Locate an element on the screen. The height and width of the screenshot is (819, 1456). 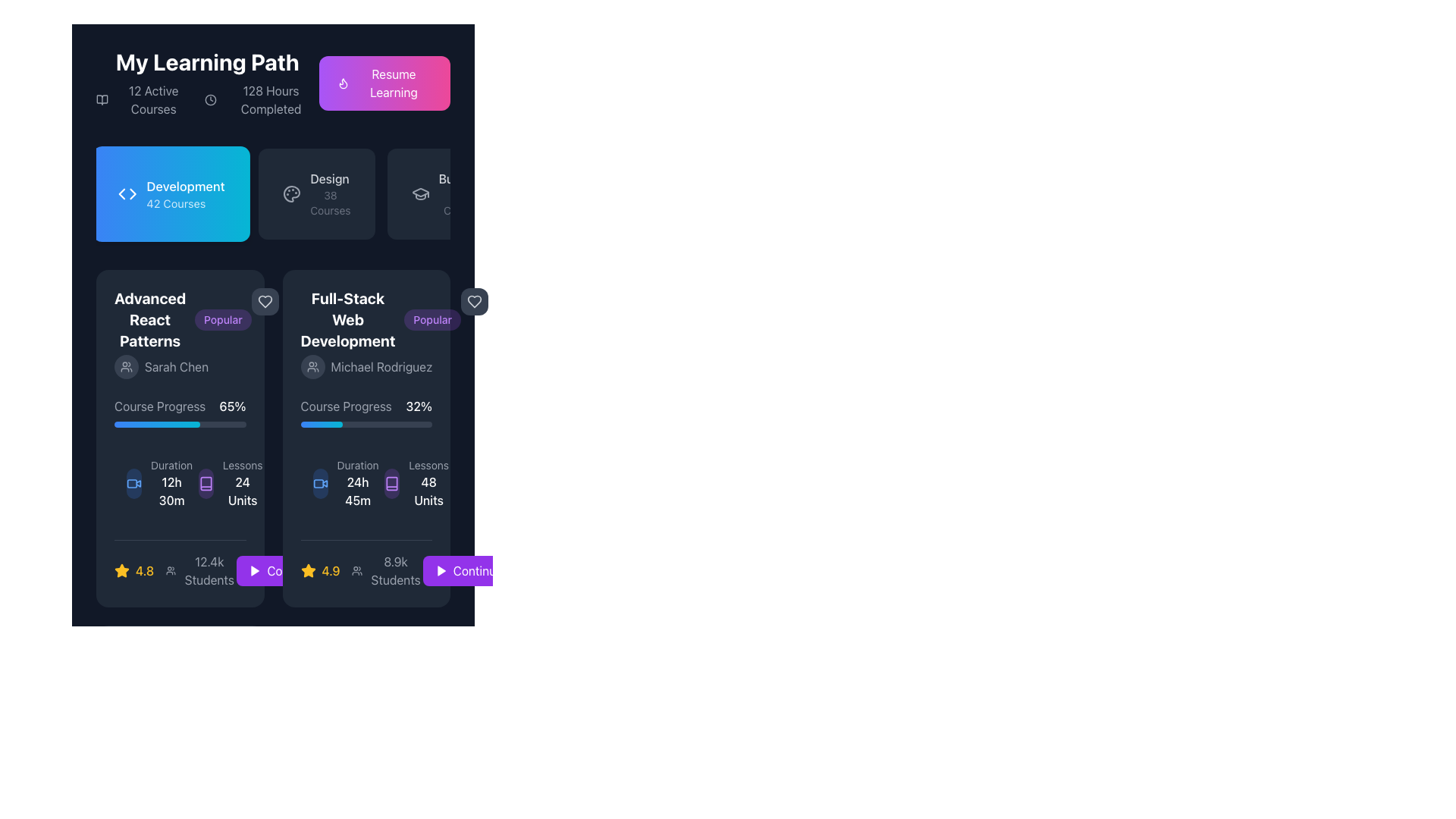
the author label indicating the creator of the course in the 'Advanced React Patterns' card, located in the lower half of the card, below the title and 'Popular' label is located at coordinates (182, 366).